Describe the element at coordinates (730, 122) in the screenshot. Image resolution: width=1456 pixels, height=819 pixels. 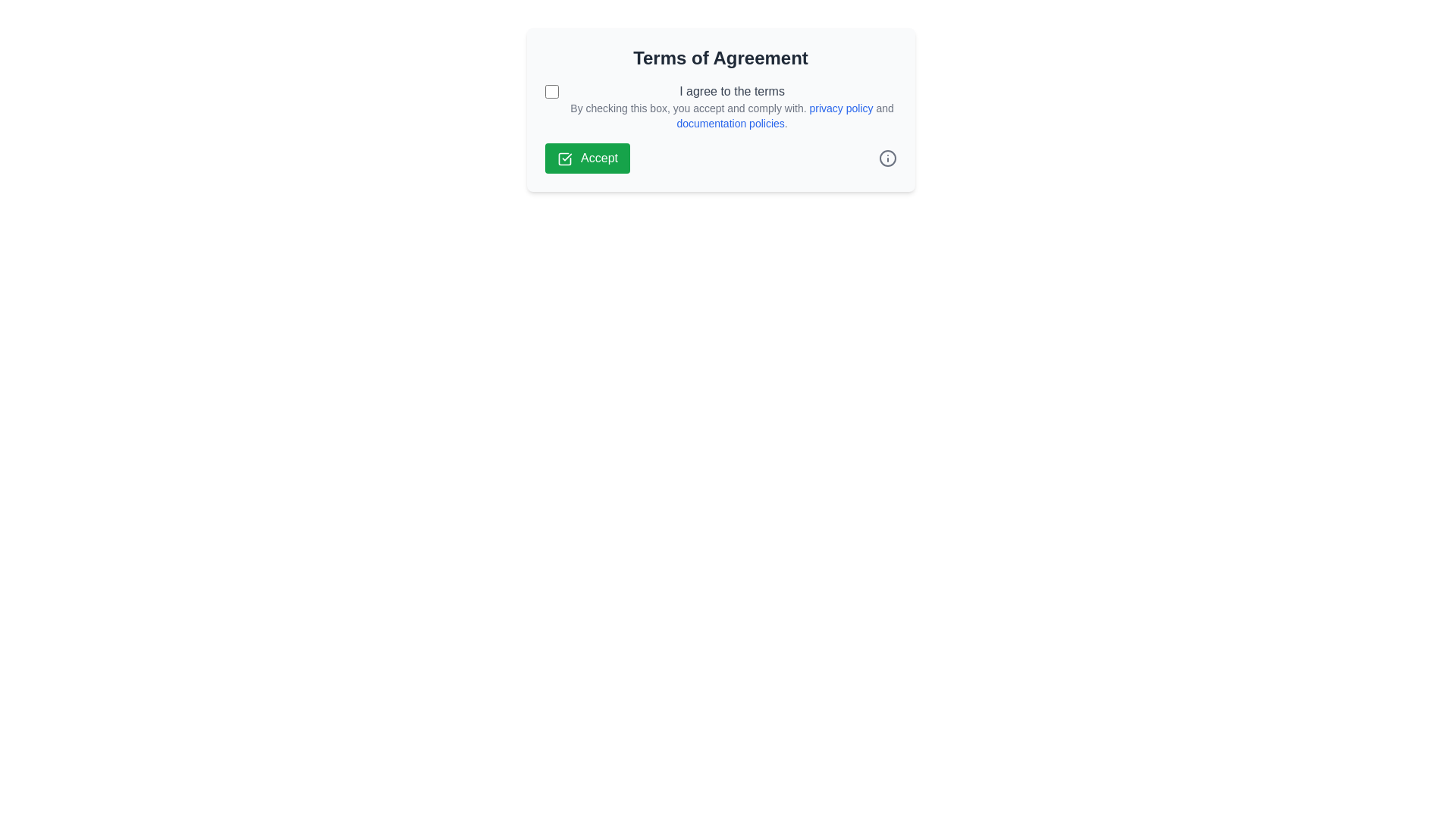
I see `the second hyperlink in the 'Terms of Agreement' section` at that location.